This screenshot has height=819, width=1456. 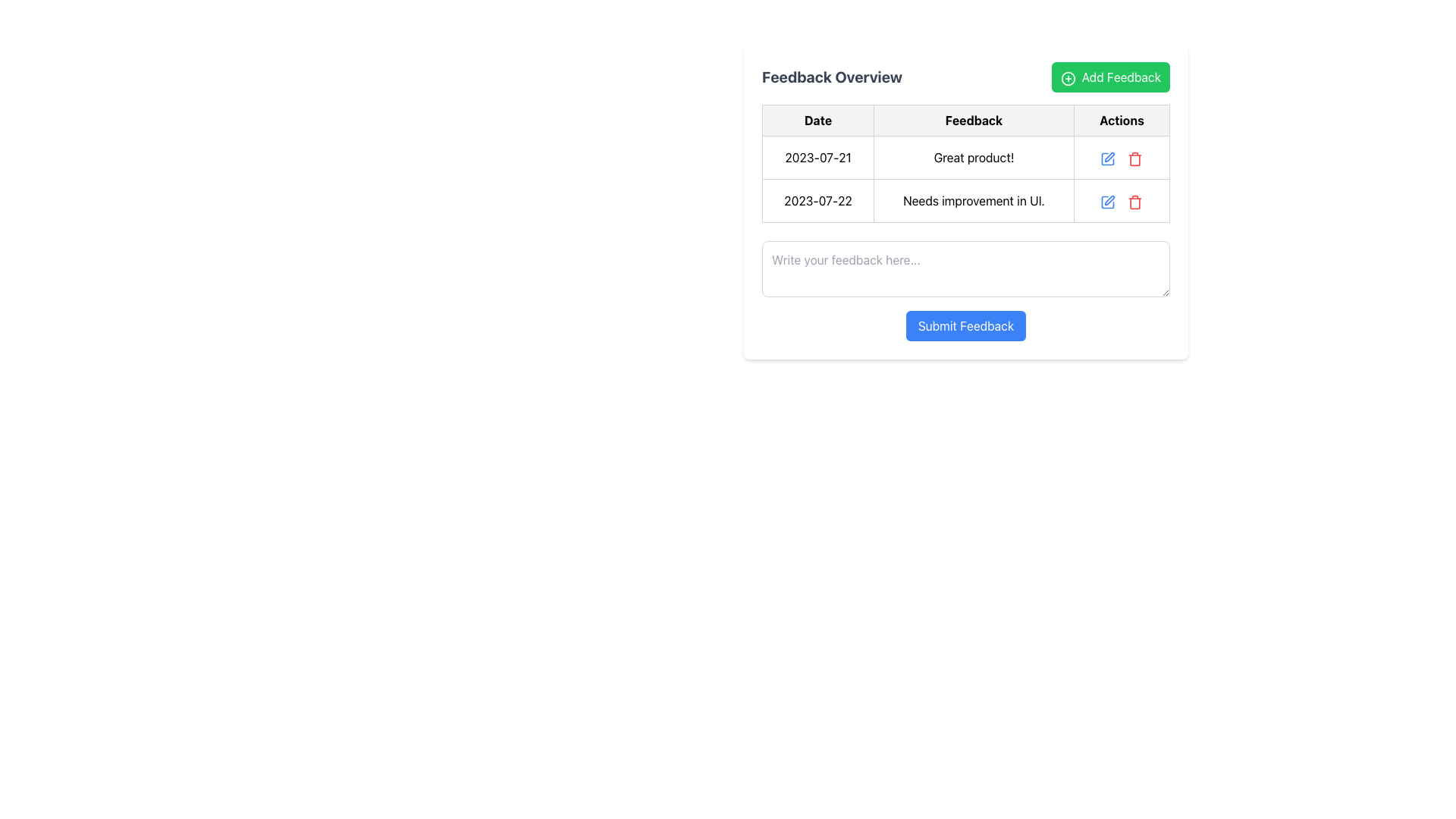 I want to click on text within each header cell of the table header row located in the 'Feedback Overview' section, which has a gray background and contains the titles 'Date', 'Feedback', and 'Actions', so click(x=965, y=119).